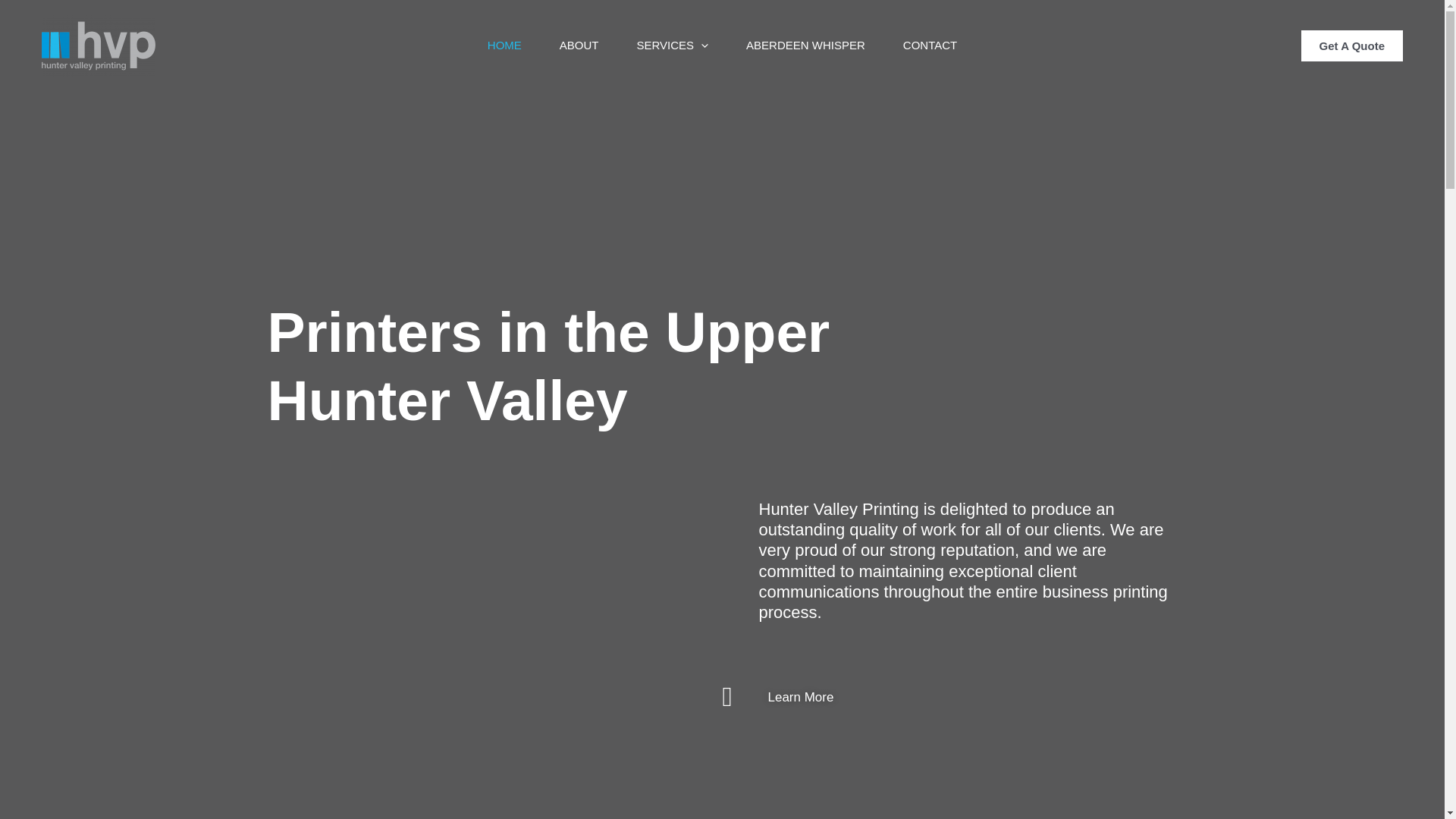  Describe the element at coordinates (805, 45) in the screenshot. I see `'ABERDEEN WHISPER'` at that location.